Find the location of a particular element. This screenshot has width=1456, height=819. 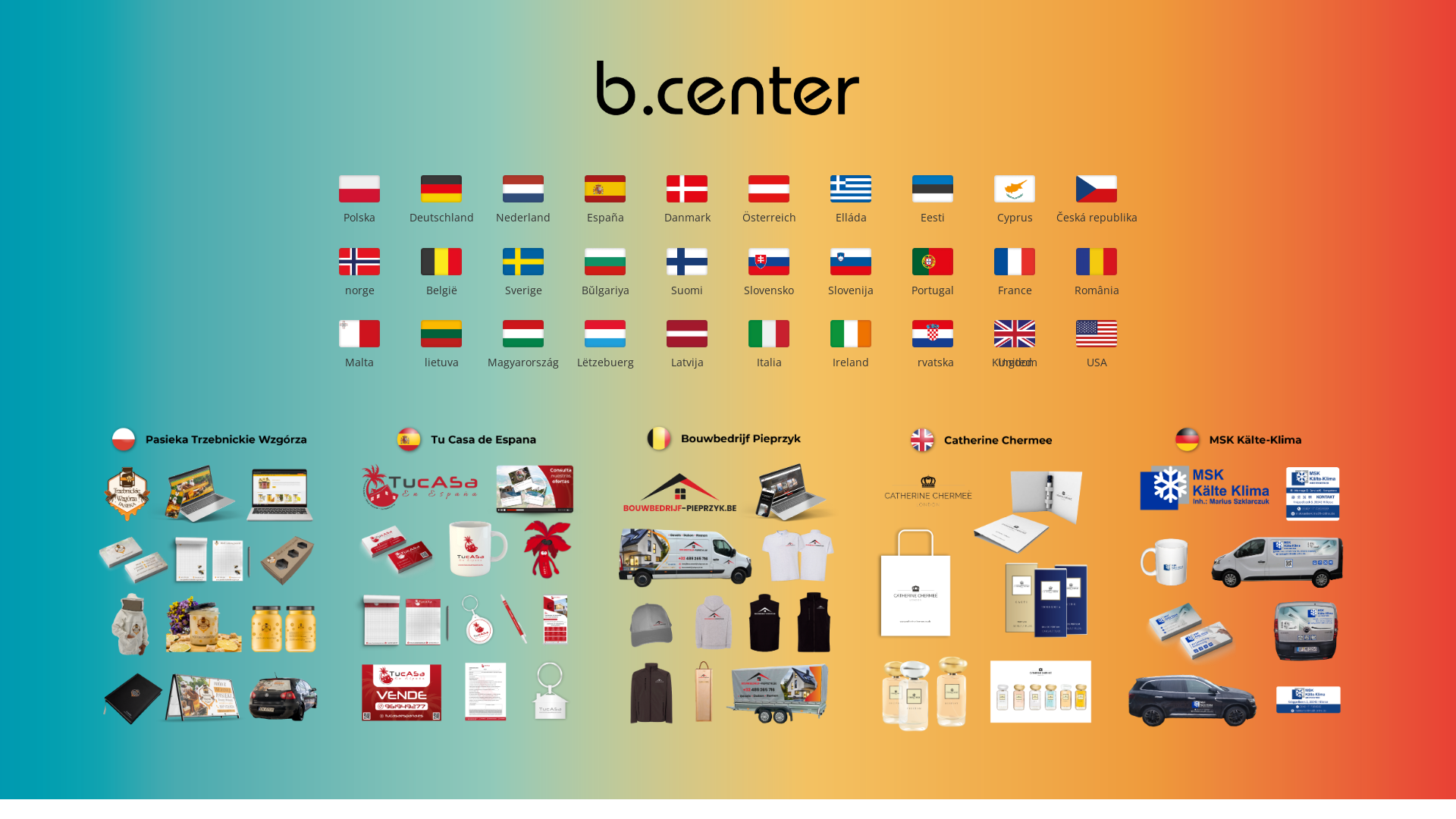

'France' is located at coordinates (1015, 290).